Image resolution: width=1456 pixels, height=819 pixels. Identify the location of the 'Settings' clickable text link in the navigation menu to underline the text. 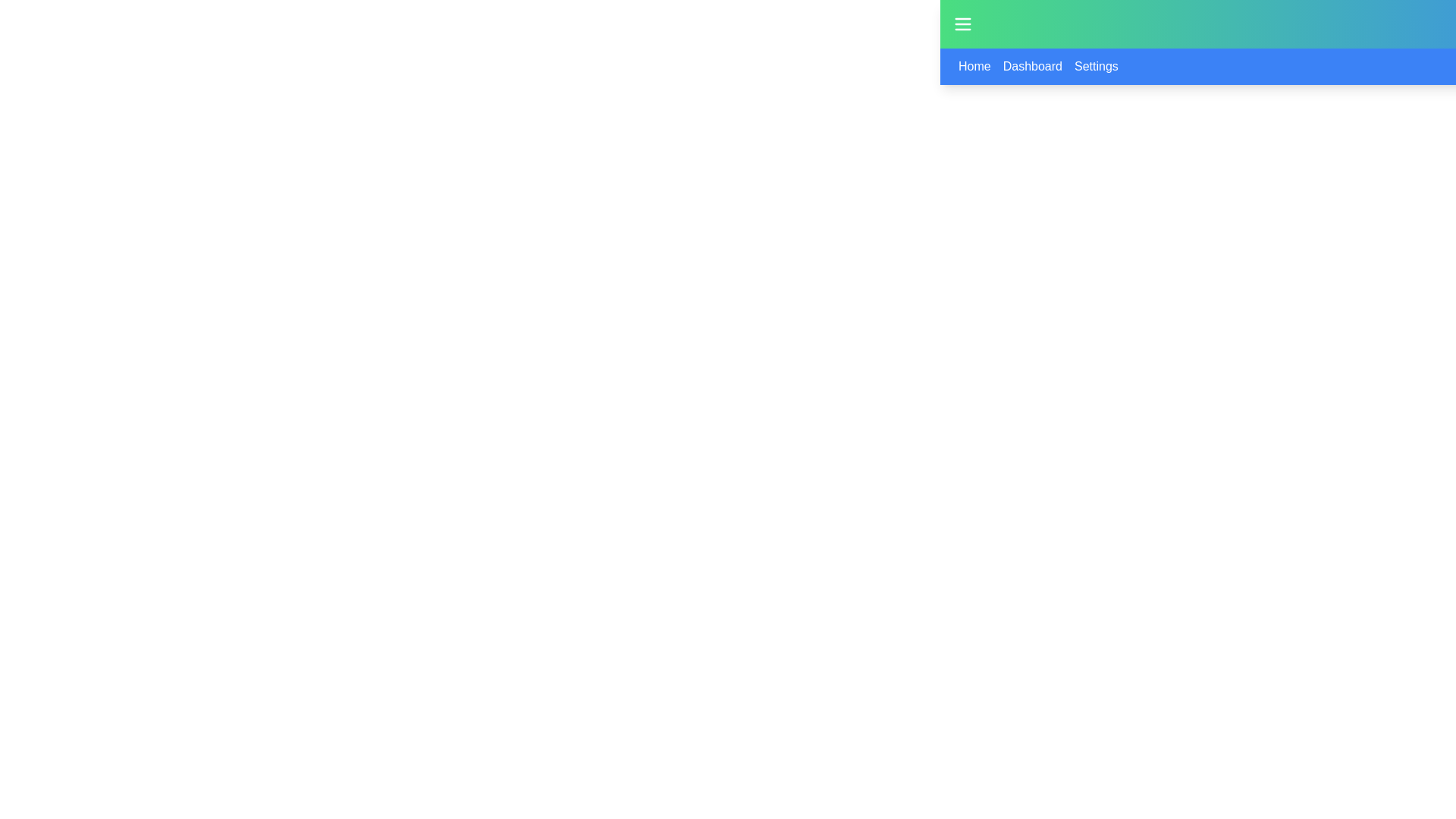
(1096, 66).